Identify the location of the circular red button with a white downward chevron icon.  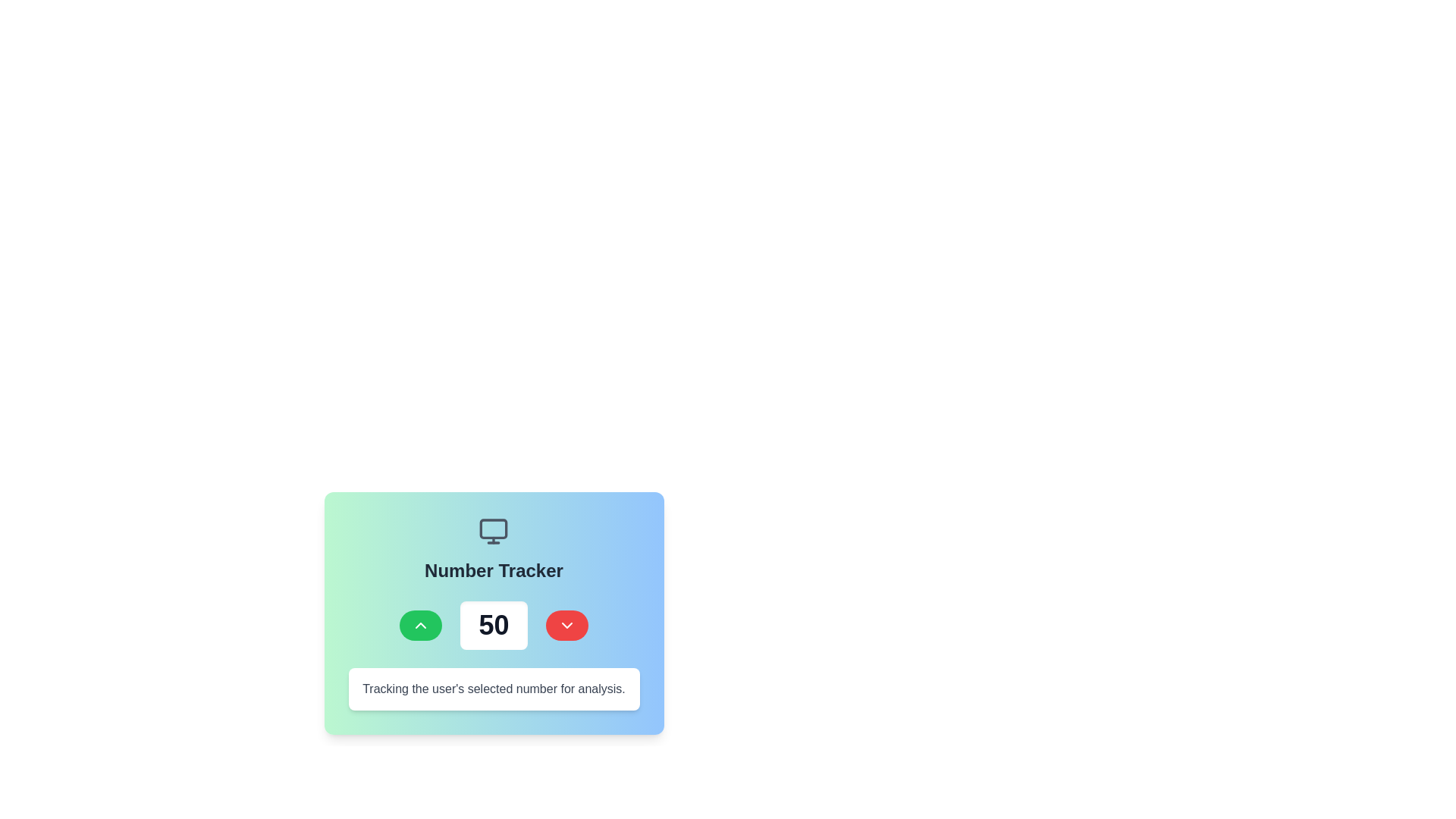
(566, 626).